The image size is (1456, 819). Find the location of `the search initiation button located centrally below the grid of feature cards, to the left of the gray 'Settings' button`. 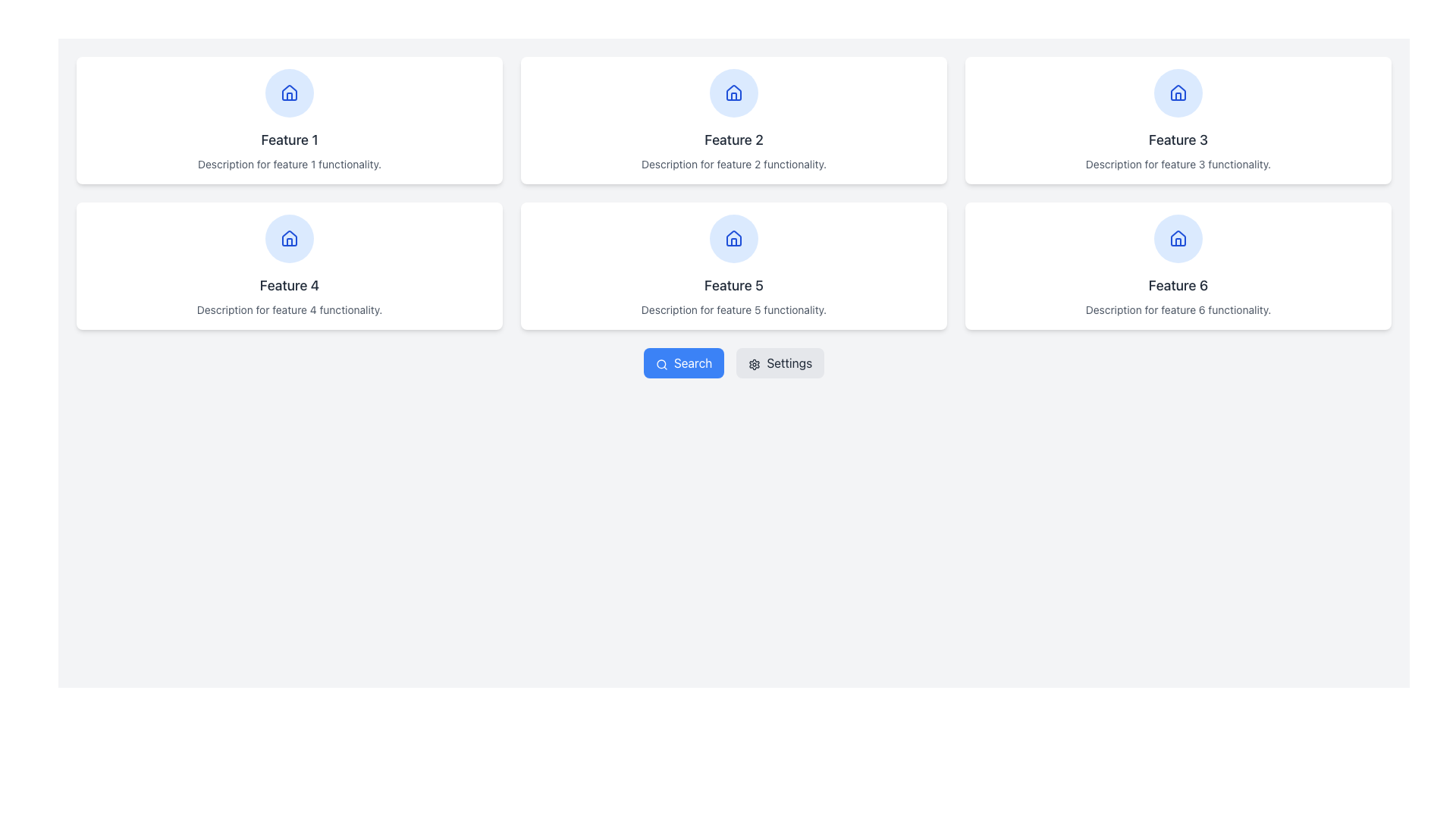

the search initiation button located centrally below the grid of feature cards, to the left of the gray 'Settings' button is located at coordinates (683, 362).